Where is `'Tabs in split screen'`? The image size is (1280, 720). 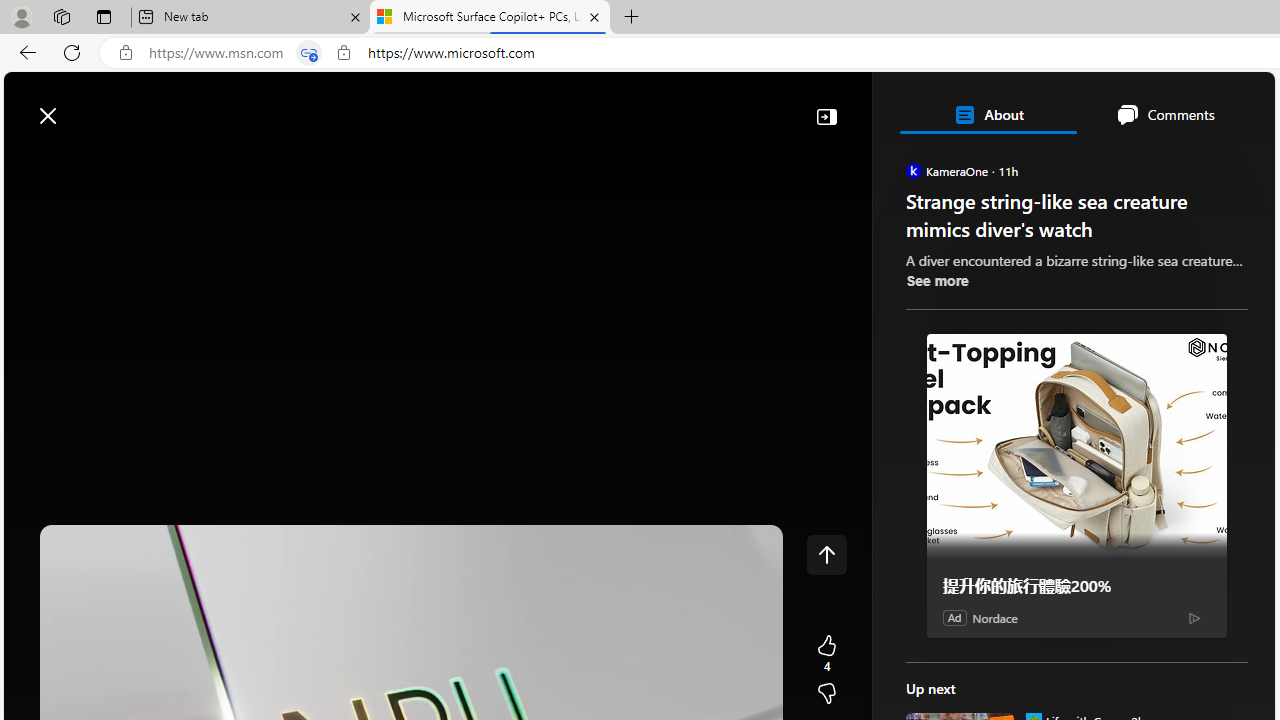 'Tabs in split screen' is located at coordinates (308, 52).